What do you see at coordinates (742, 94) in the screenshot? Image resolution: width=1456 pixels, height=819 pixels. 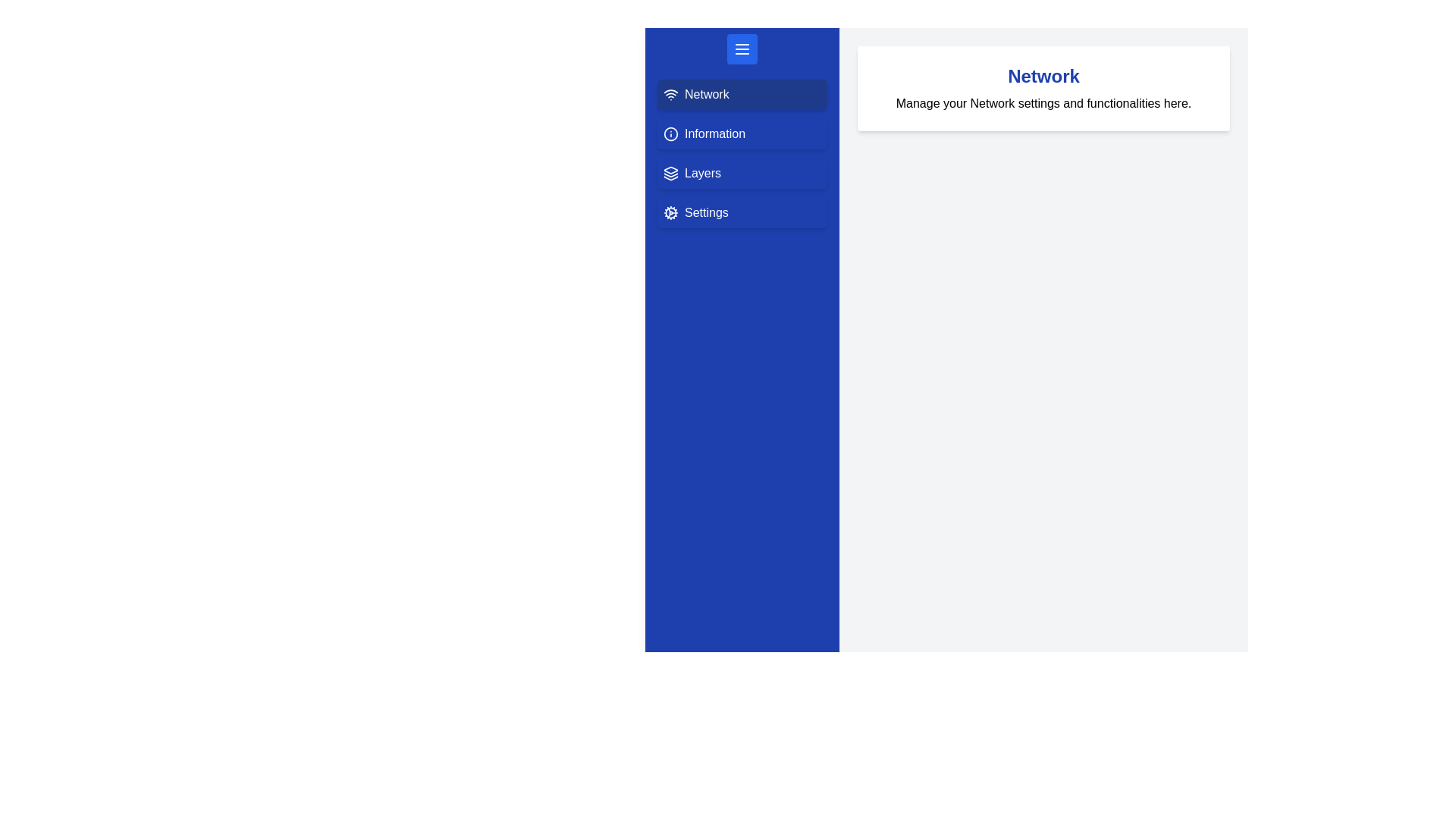 I see `the drawer option labeled 'Network' to observe the hover effect` at bounding box center [742, 94].